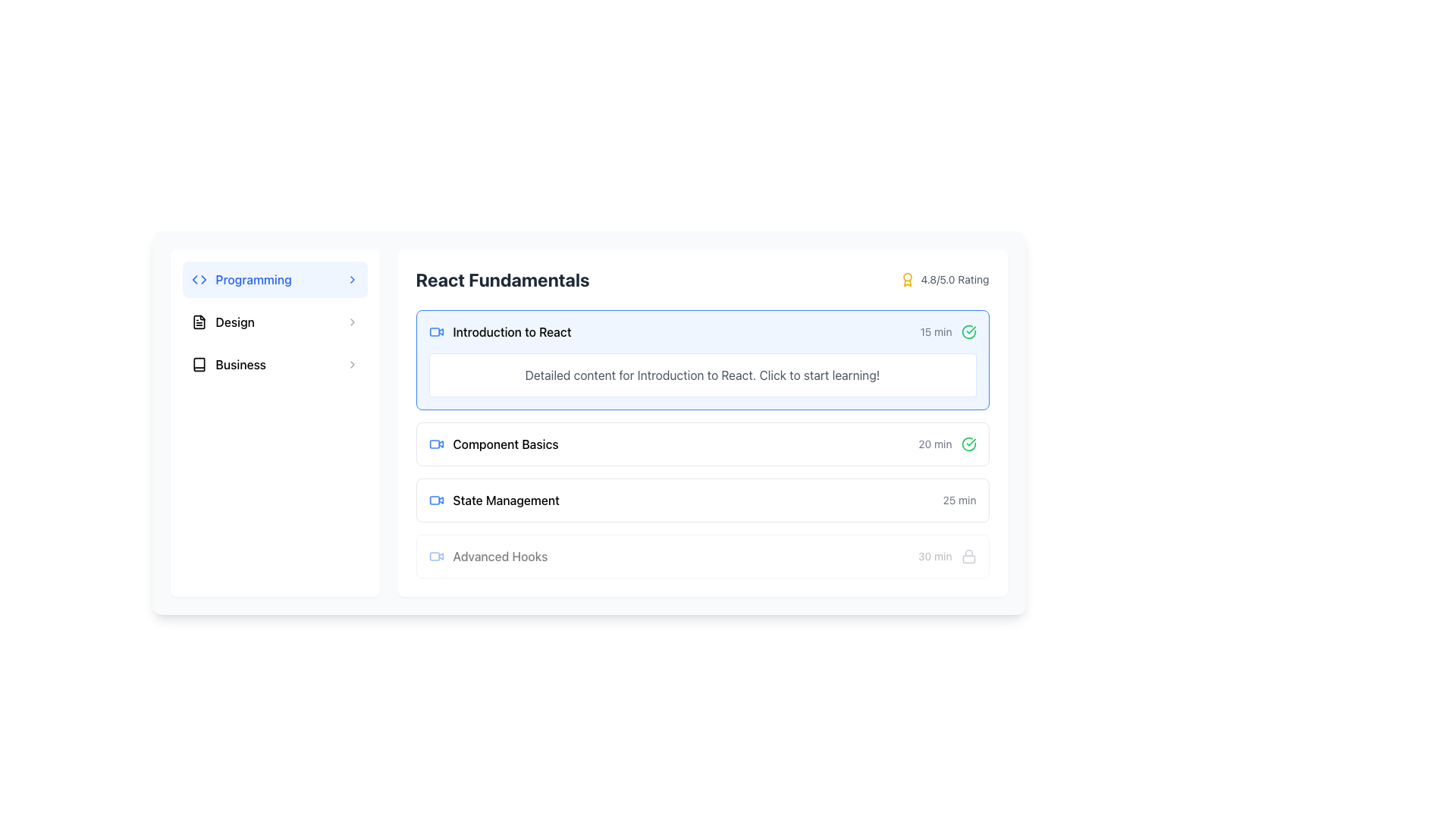 Image resolution: width=1456 pixels, height=819 pixels. Describe the element at coordinates (193, 280) in the screenshot. I see `the left-pointing arrow-like Graphic SVG element that serves as a navigation function, located in the top-left area of the interface` at that location.